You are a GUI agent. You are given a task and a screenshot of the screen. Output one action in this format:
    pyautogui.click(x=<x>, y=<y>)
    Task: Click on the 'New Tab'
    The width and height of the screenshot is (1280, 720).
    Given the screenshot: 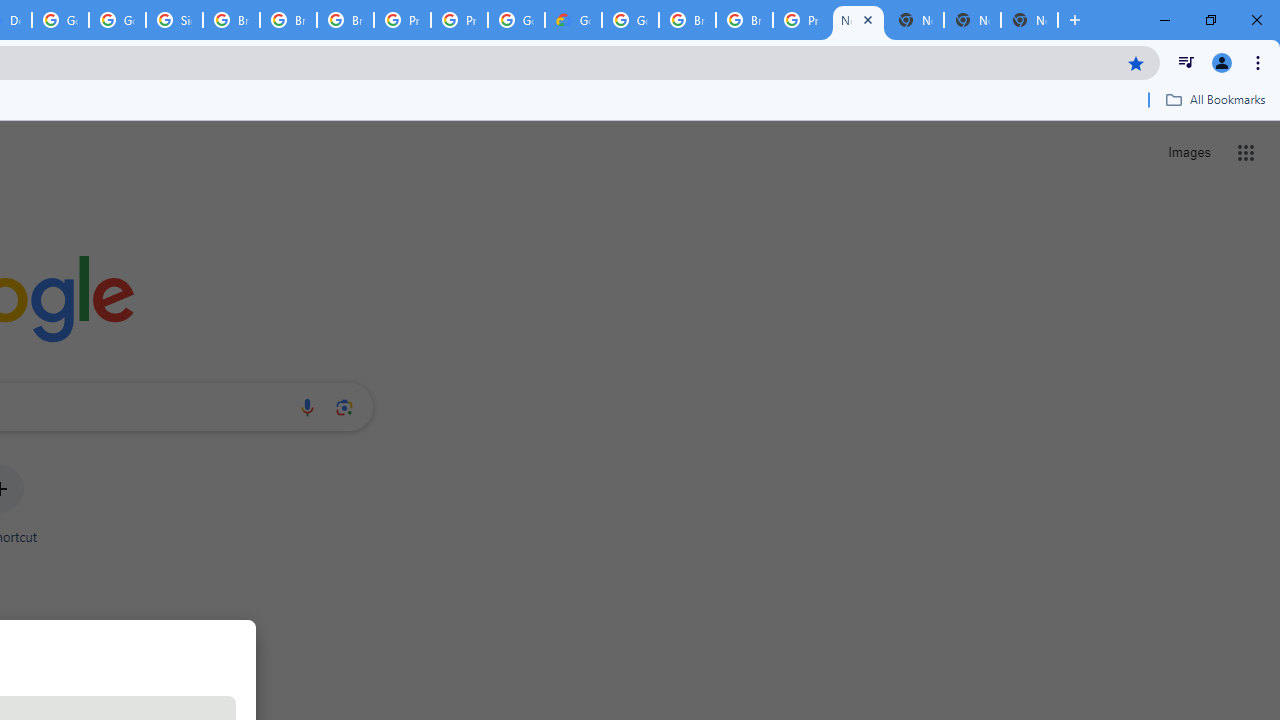 What is the action you would take?
    pyautogui.click(x=1029, y=20)
    